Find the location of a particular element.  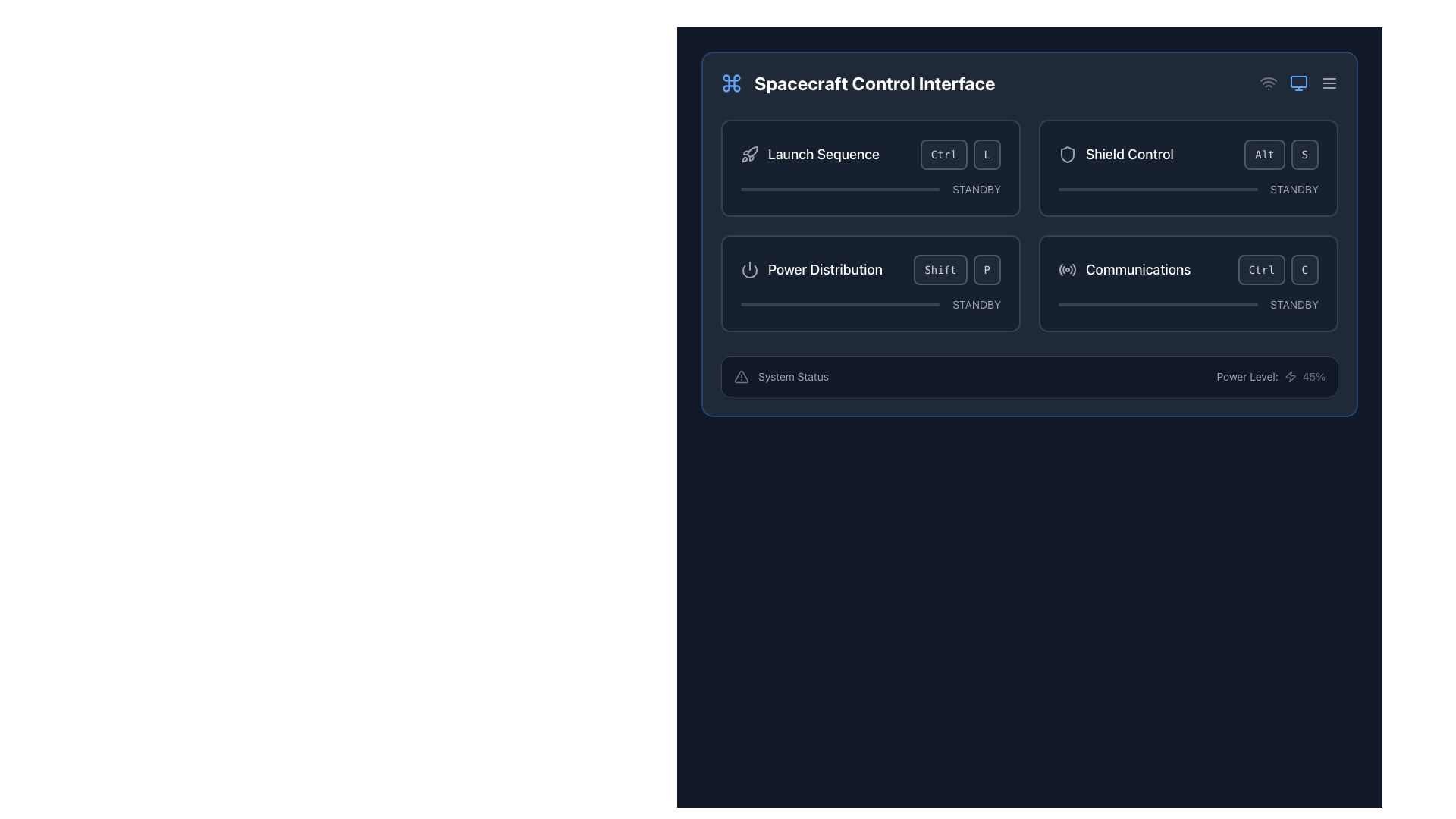

the small, light blue monitor icon with rounded edges located in the top-right corner of the toolbar, positioned between the Wi-Fi icon and the menu icon is located at coordinates (1298, 83).